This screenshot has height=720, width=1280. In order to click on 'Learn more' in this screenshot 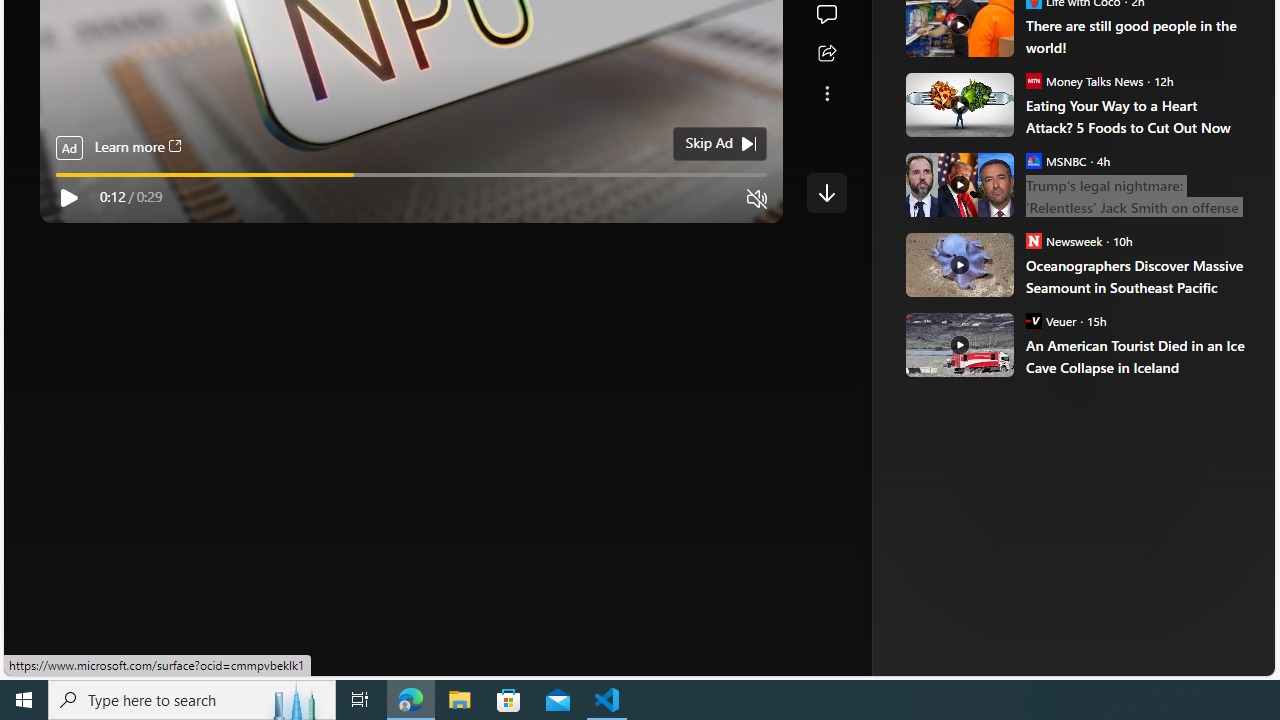, I will do `click(136, 147)`.